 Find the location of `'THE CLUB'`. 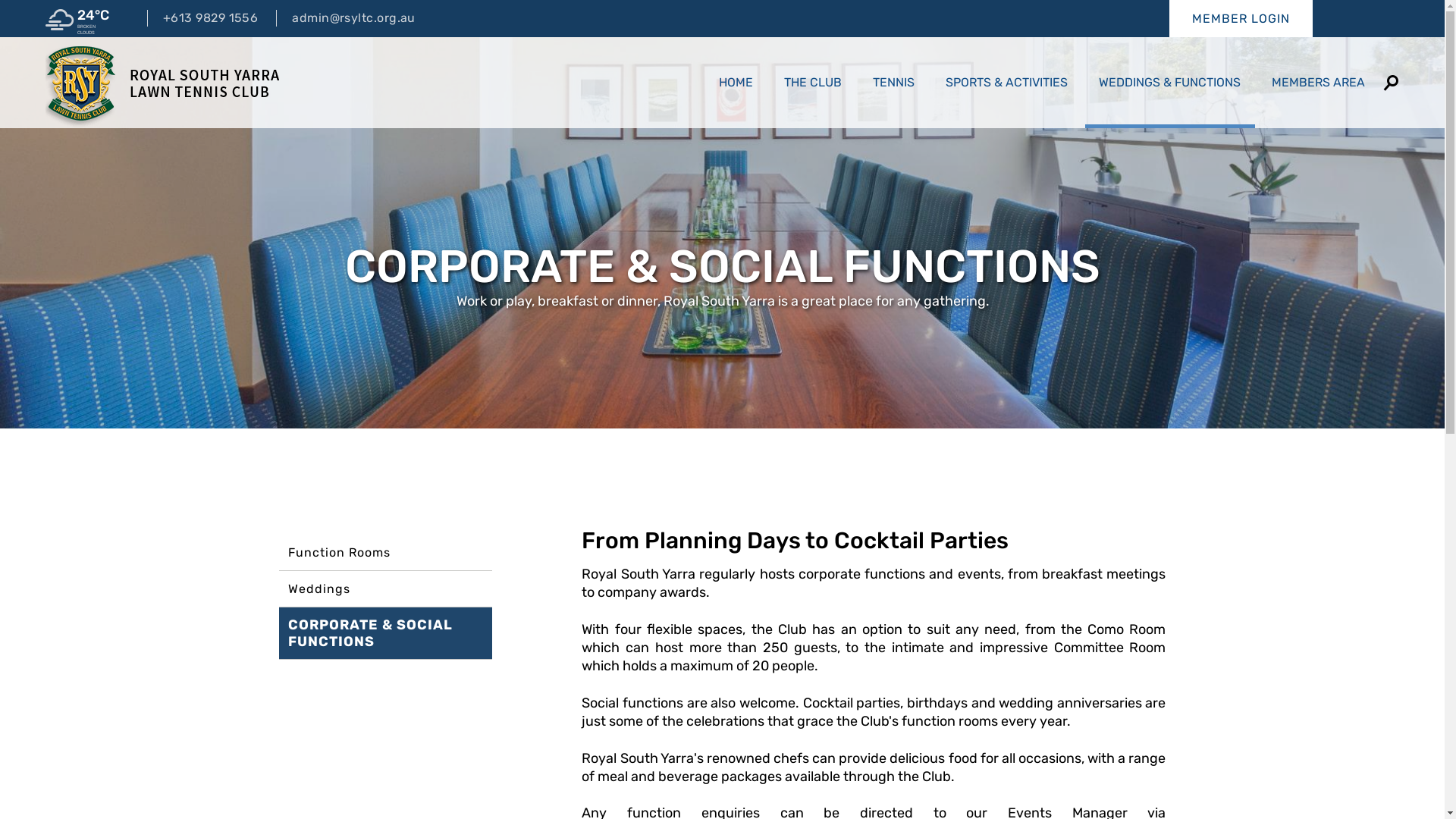

'THE CLUB' is located at coordinates (812, 82).